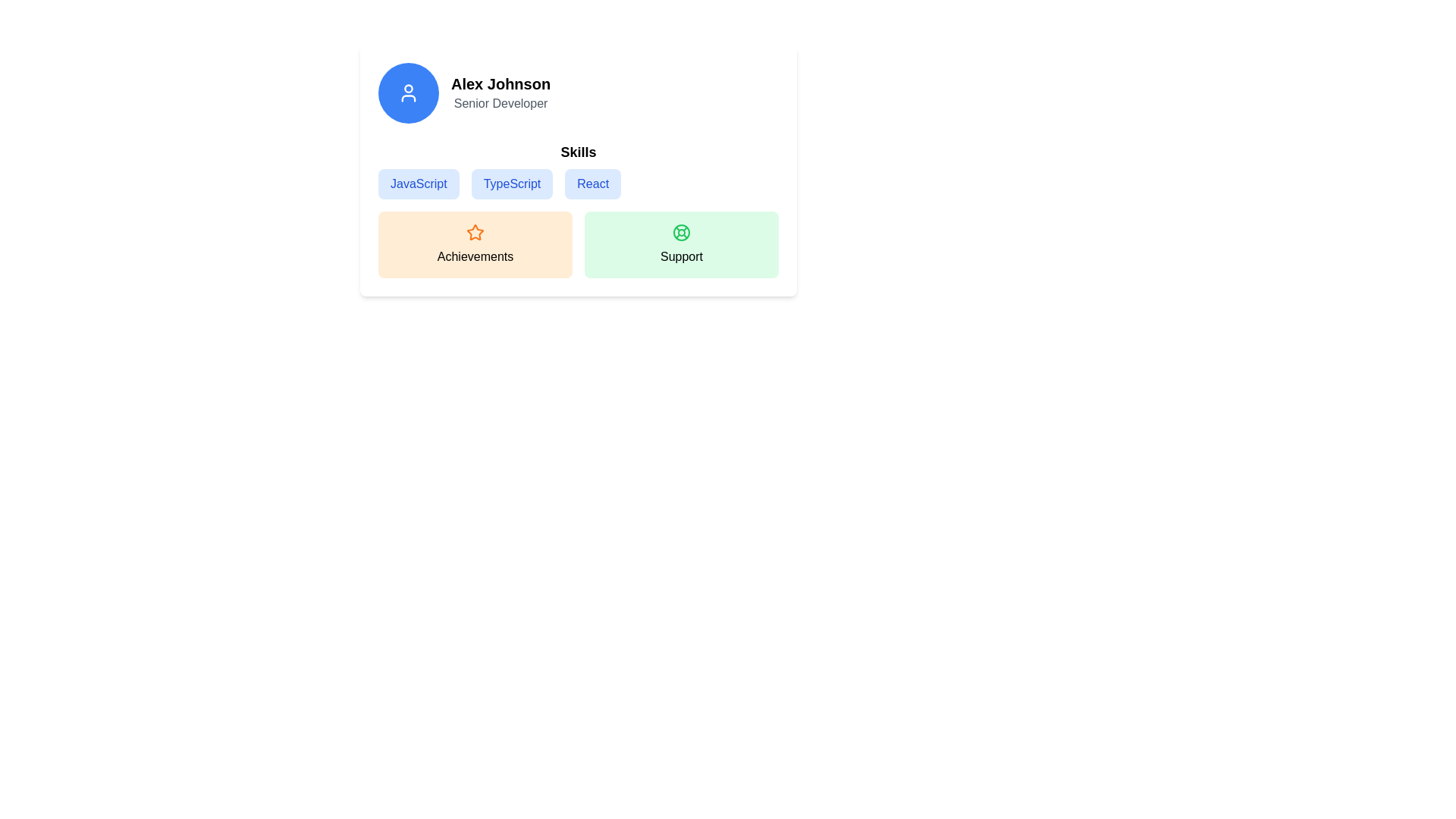 Image resolution: width=1456 pixels, height=819 pixels. I want to click on the 'TypeScript' label, which is a rectangular badge with rounded corners, featuring a light blue background and bold blue text in the center, so click(512, 184).